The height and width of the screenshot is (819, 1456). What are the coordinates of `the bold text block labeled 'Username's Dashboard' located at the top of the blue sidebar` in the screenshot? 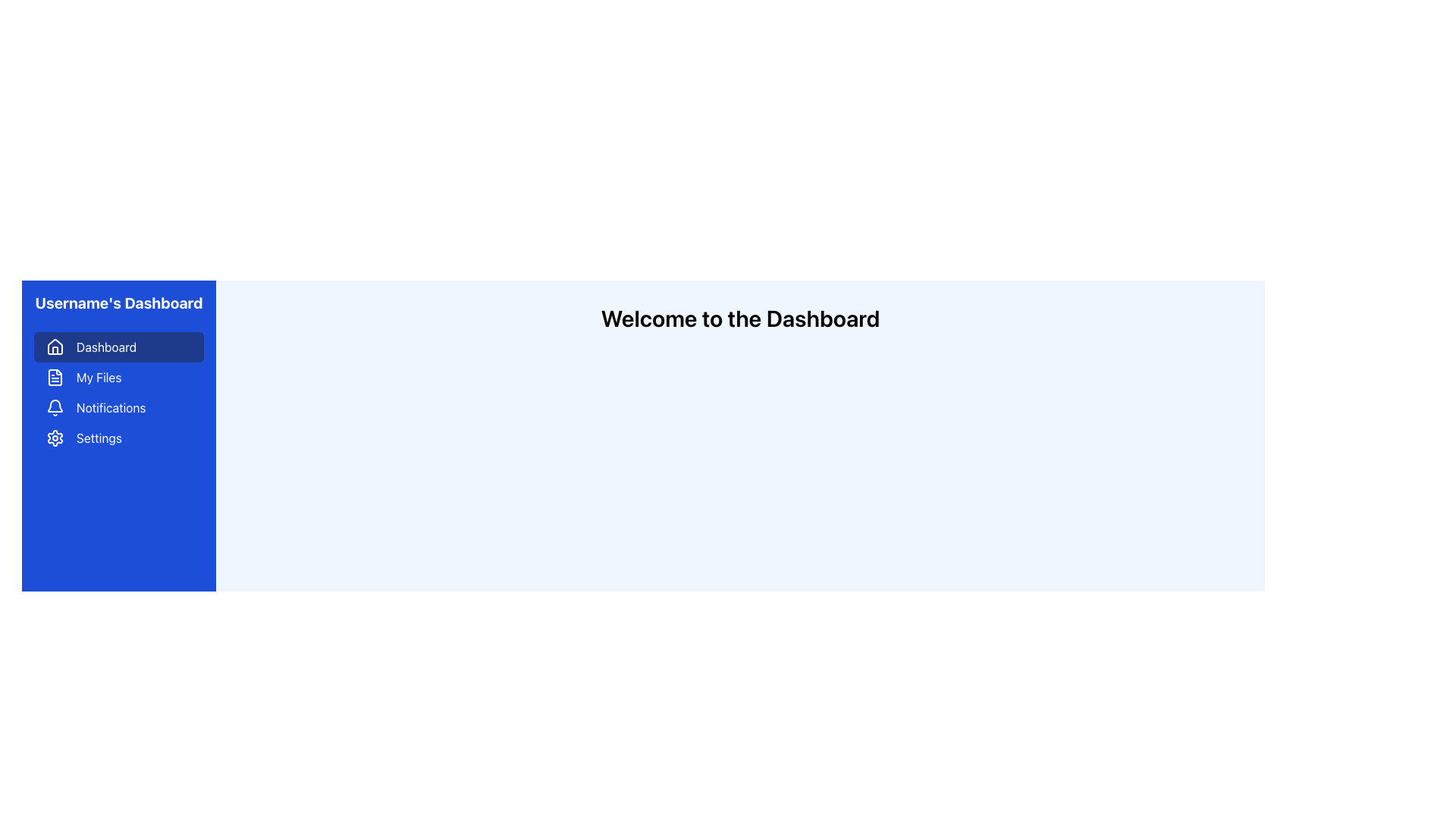 It's located at (118, 303).